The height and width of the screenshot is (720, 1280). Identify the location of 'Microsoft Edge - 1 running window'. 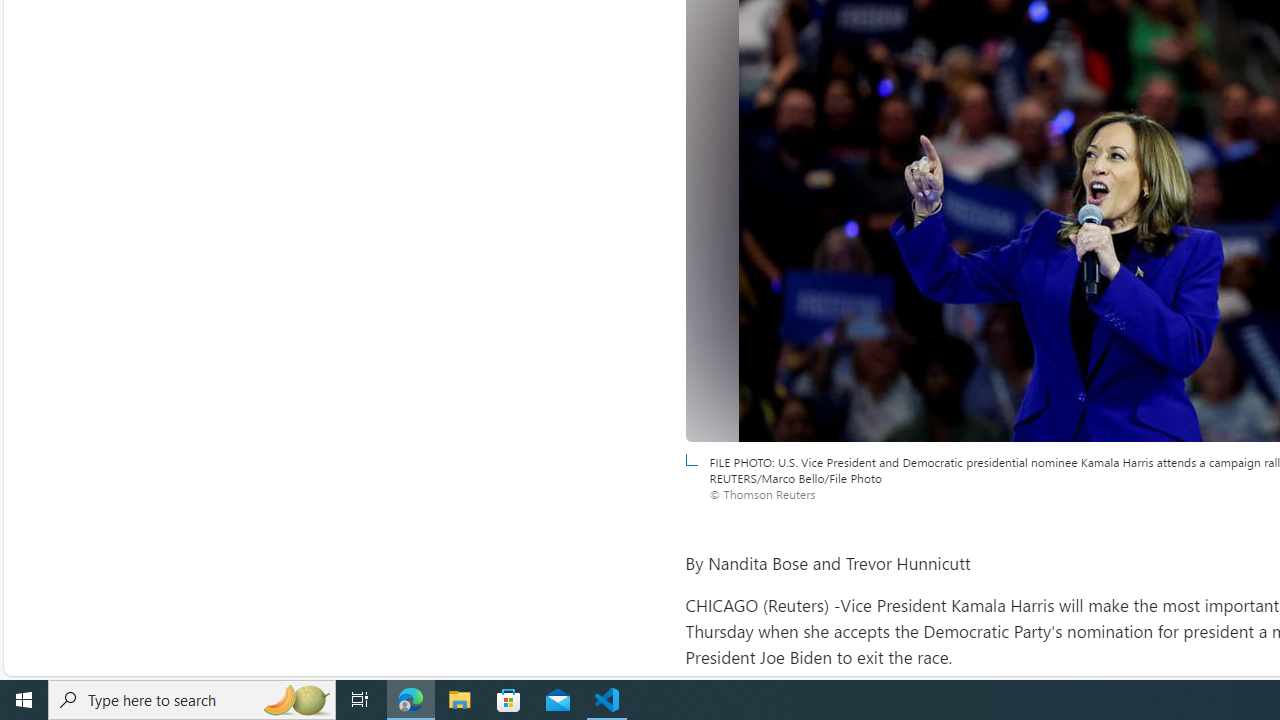
(410, 698).